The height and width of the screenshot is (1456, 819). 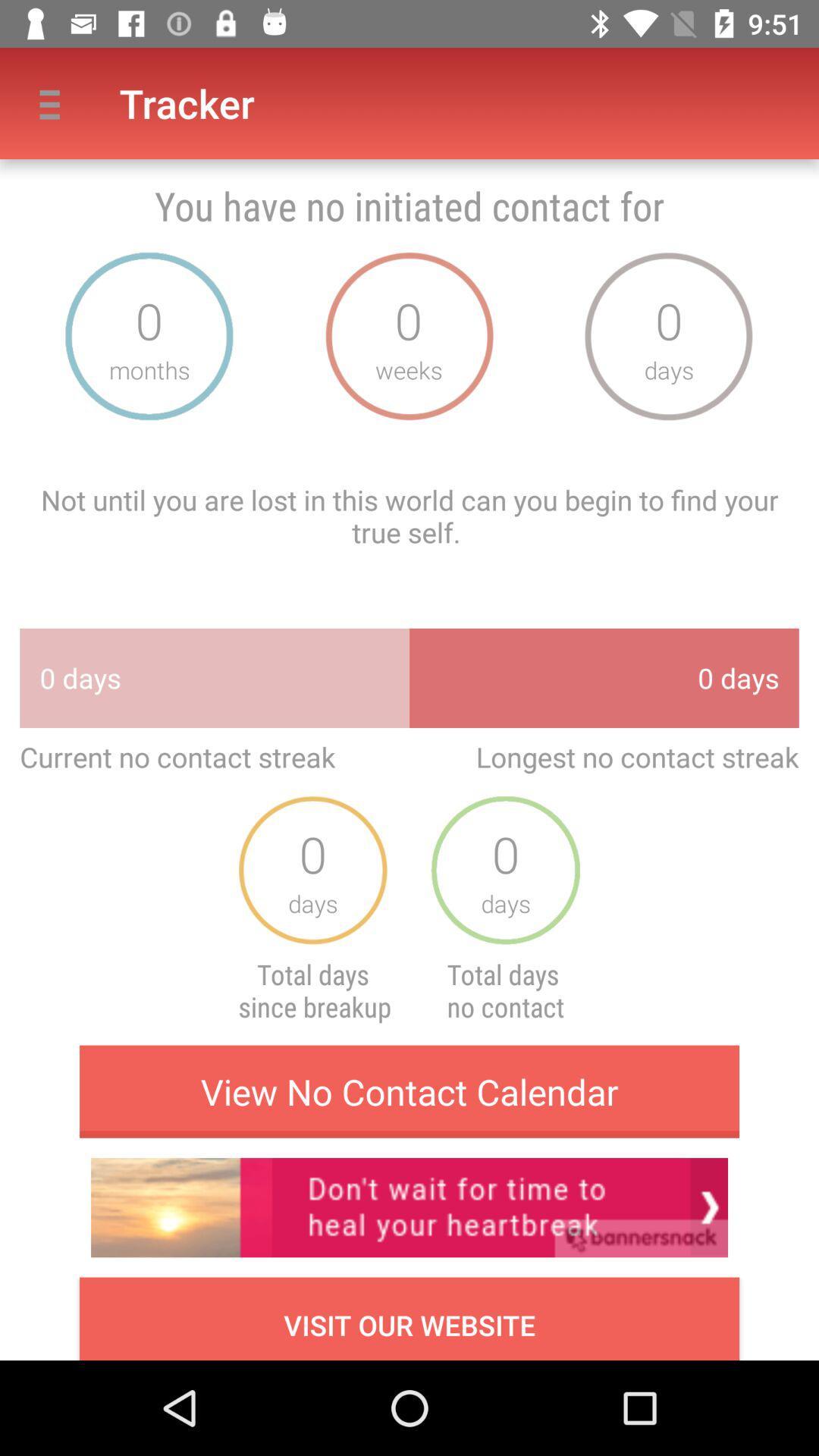 I want to click on open link, so click(x=409, y=1207).